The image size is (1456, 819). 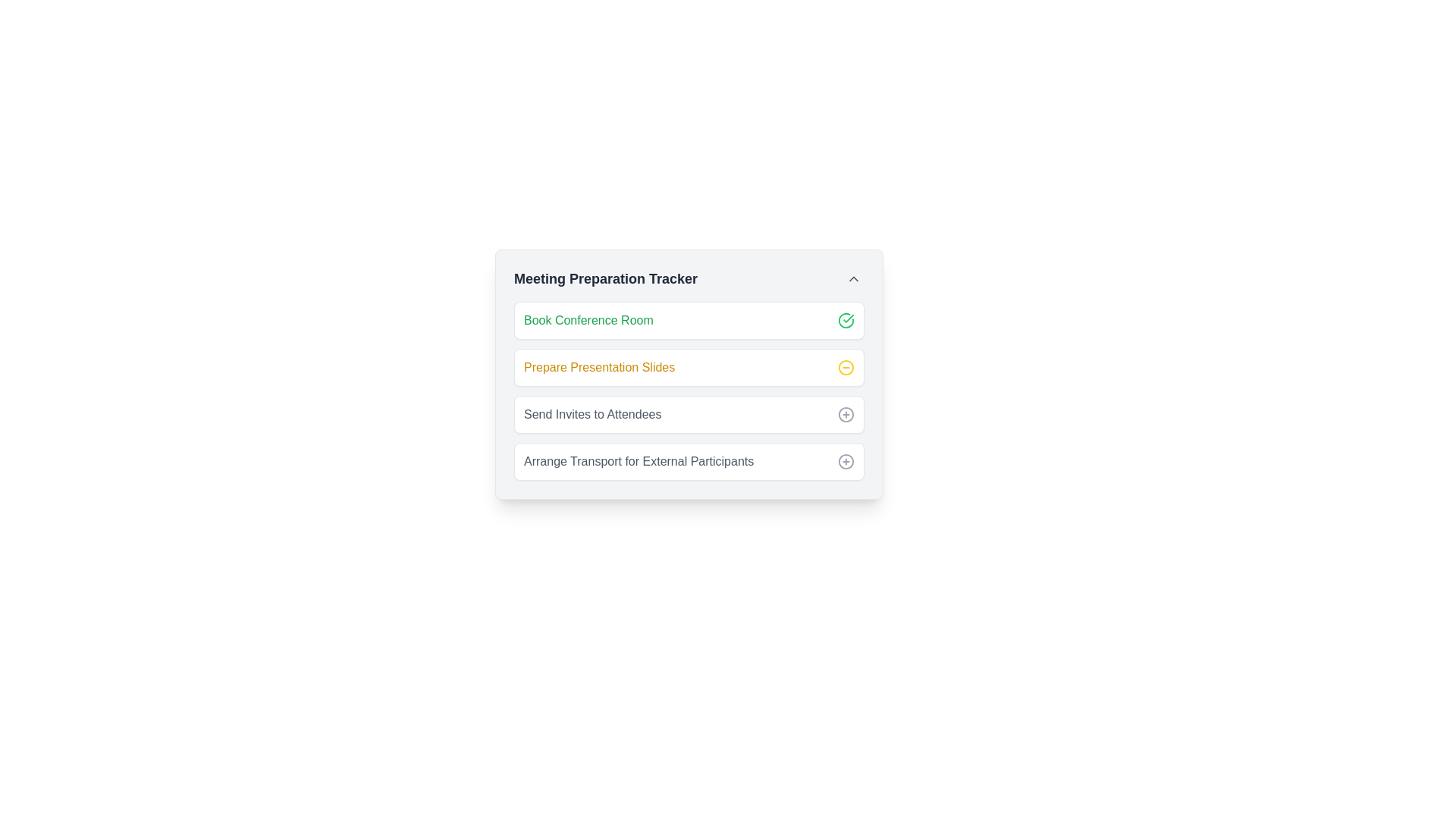 What do you see at coordinates (605, 278) in the screenshot?
I see `Text Label located at the top of the checklist interface, which serves as a section title indicating the purpose of the following checklist items` at bounding box center [605, 278].